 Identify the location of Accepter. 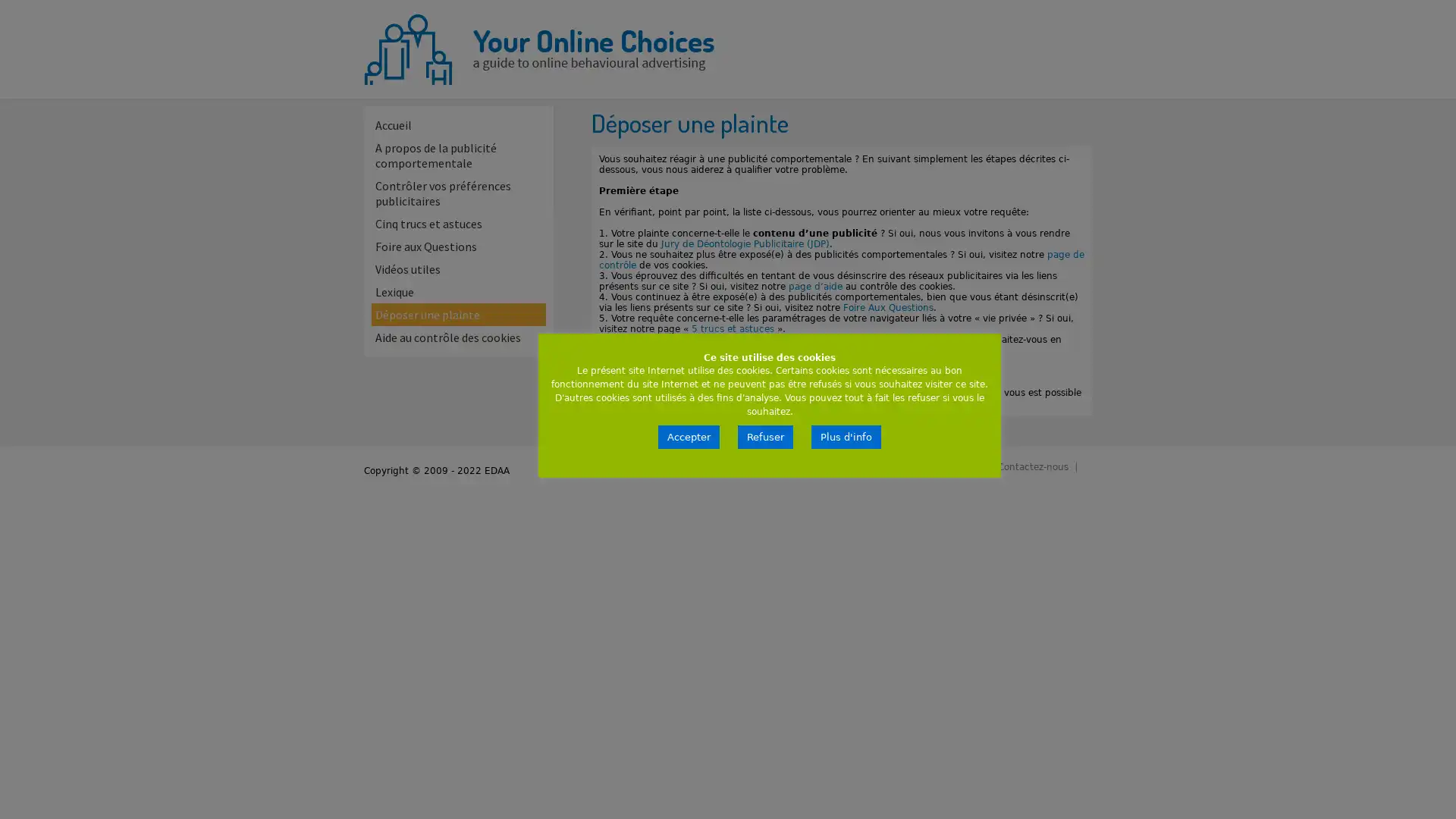
(688, 437).